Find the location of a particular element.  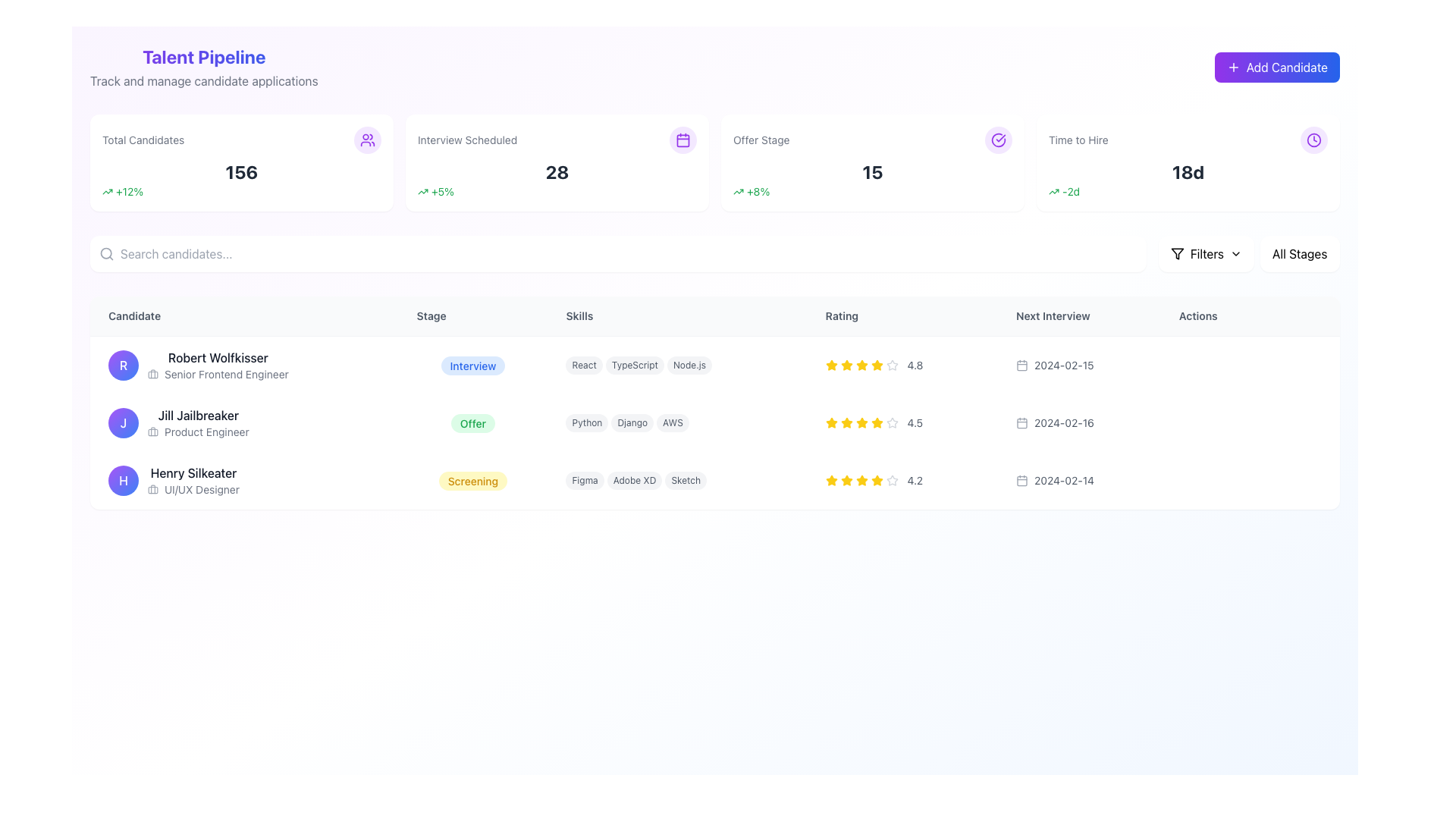

the calendar icon located in the 'Actions' column of the last row in the 'Talent Pipeline' table, next to the 'Next Interview' date for the entry 'Henry Silkeater' is located at coordinates (1022, 480).